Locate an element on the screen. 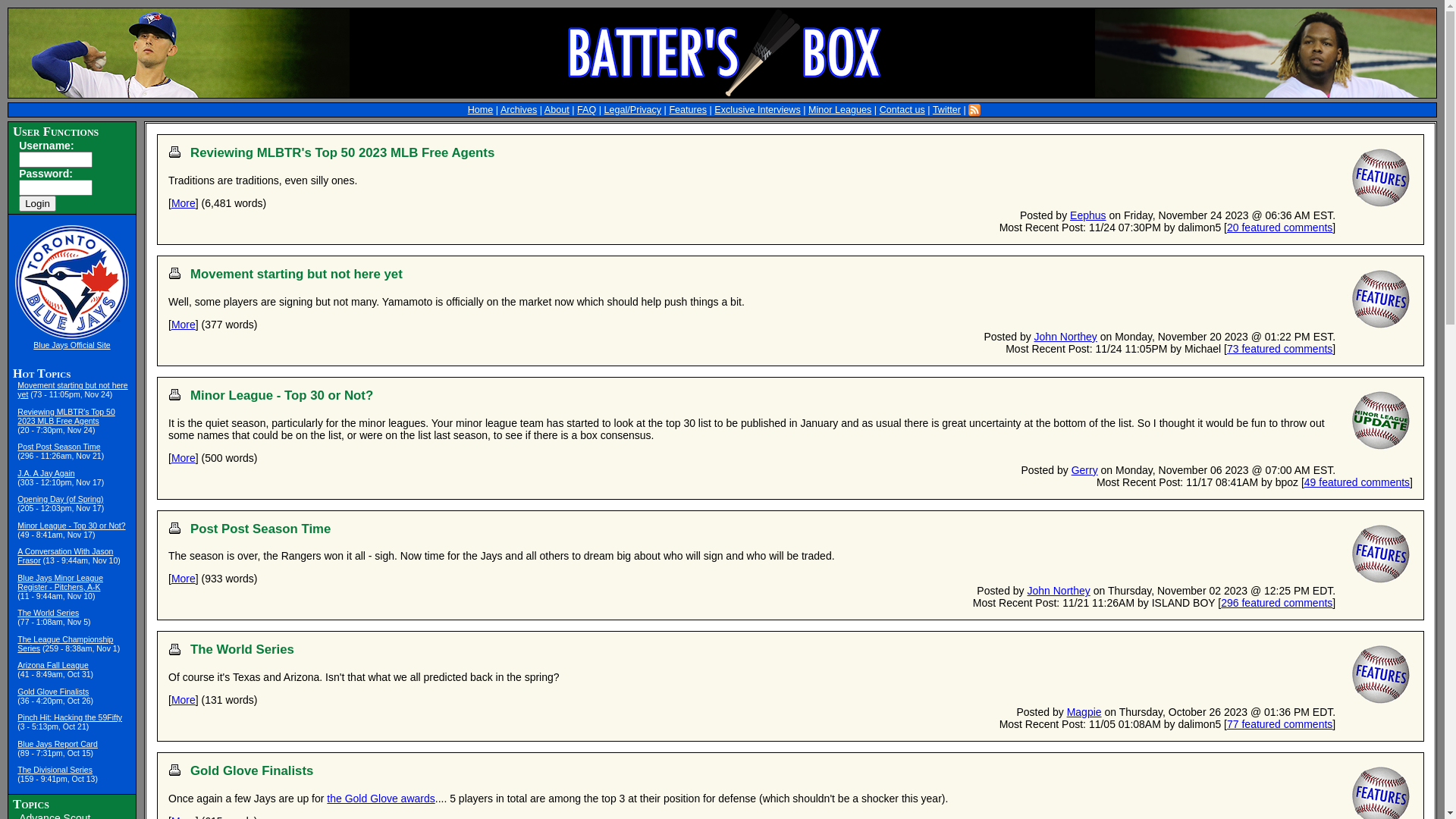 This screenshot has width=1456, height=819. 'The League Championship Series' is located at coordinates (64, 643).